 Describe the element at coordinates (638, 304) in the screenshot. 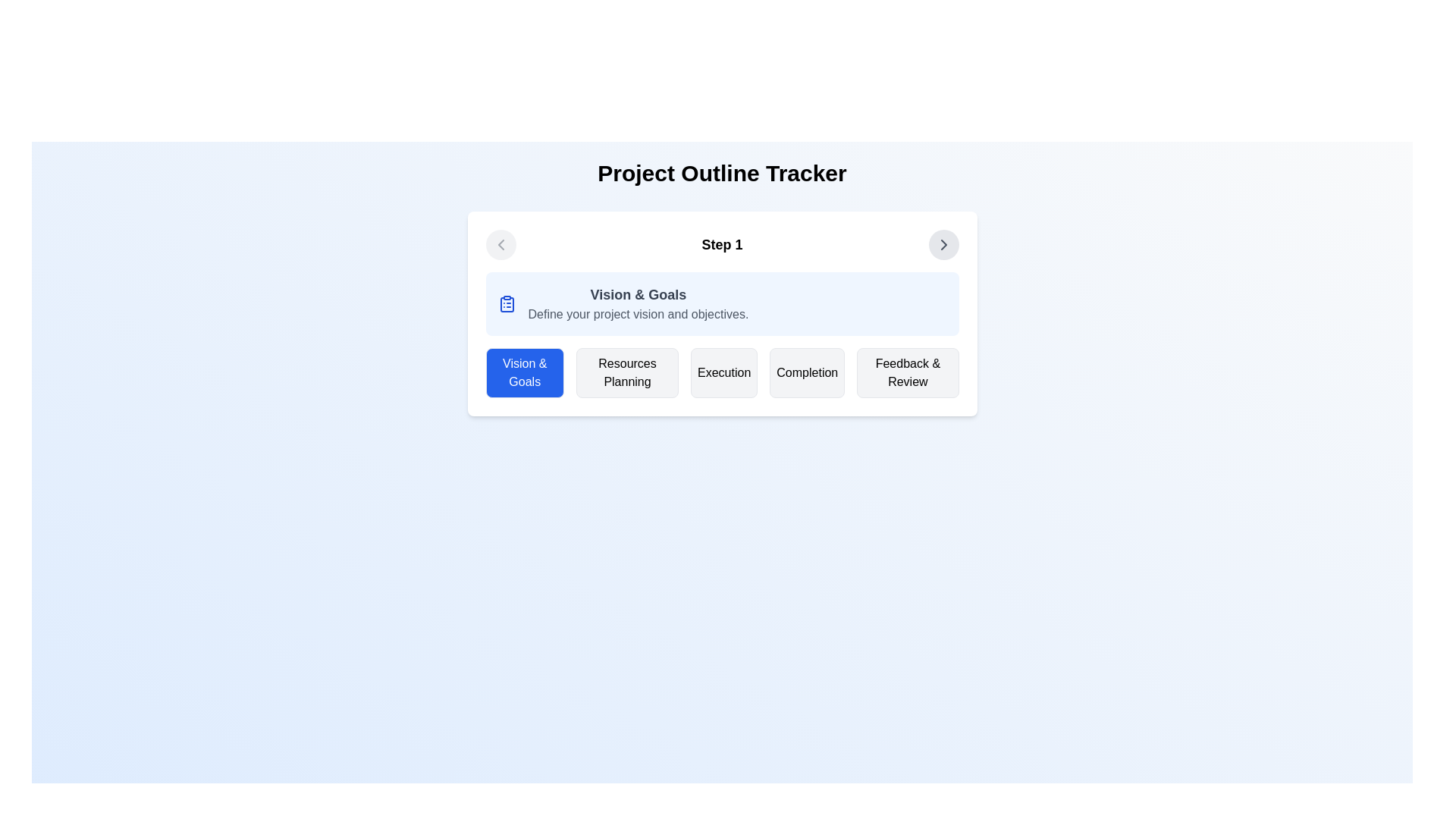

I see `the title and description box labeled 'Vision & Goals', which is positioned at the top center of the interface and serves to provide context about the current section` at that location.